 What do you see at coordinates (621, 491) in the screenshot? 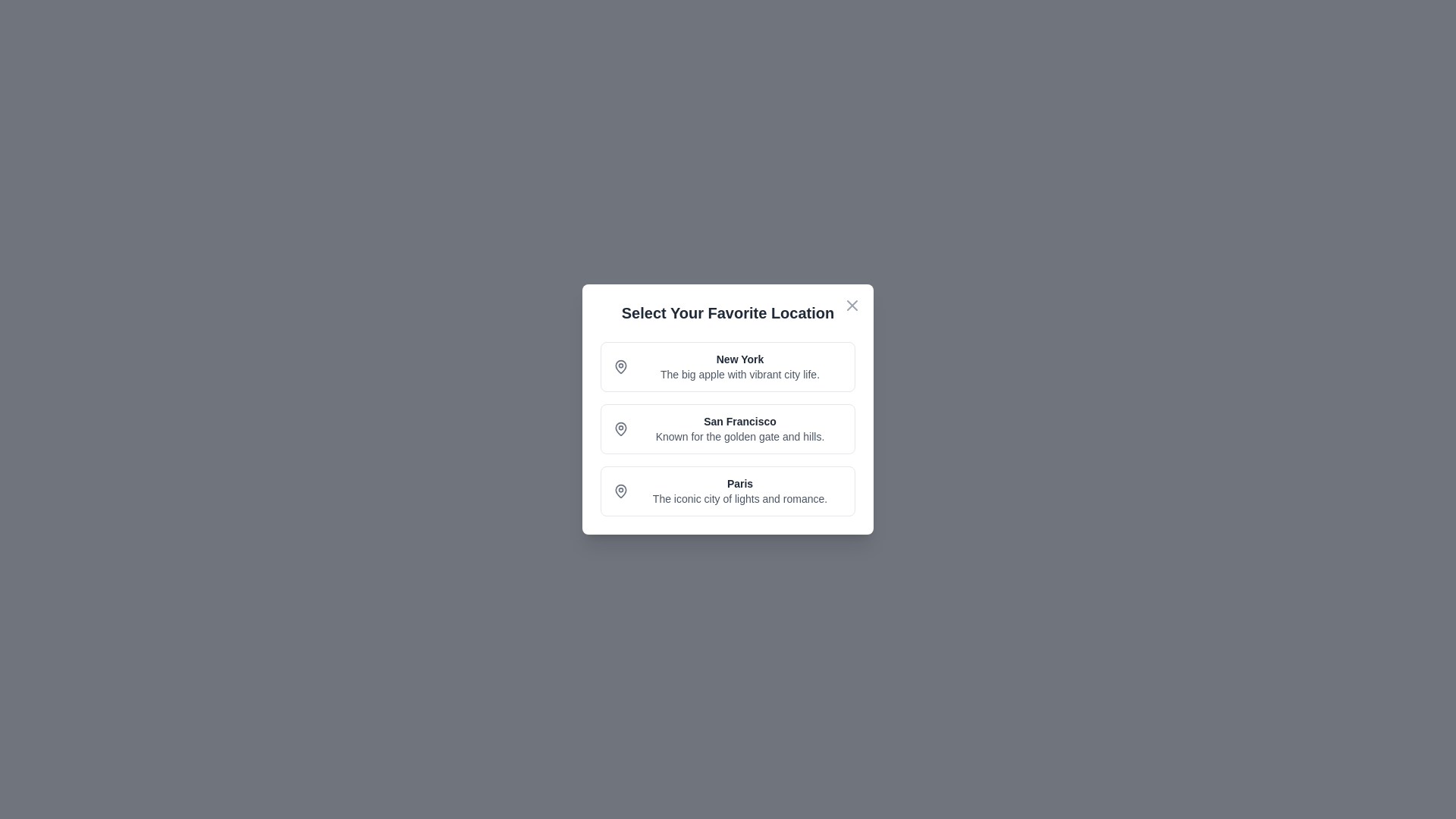
I see `the icon of the Paris card to inspect it` at bounding box center [621, 491].